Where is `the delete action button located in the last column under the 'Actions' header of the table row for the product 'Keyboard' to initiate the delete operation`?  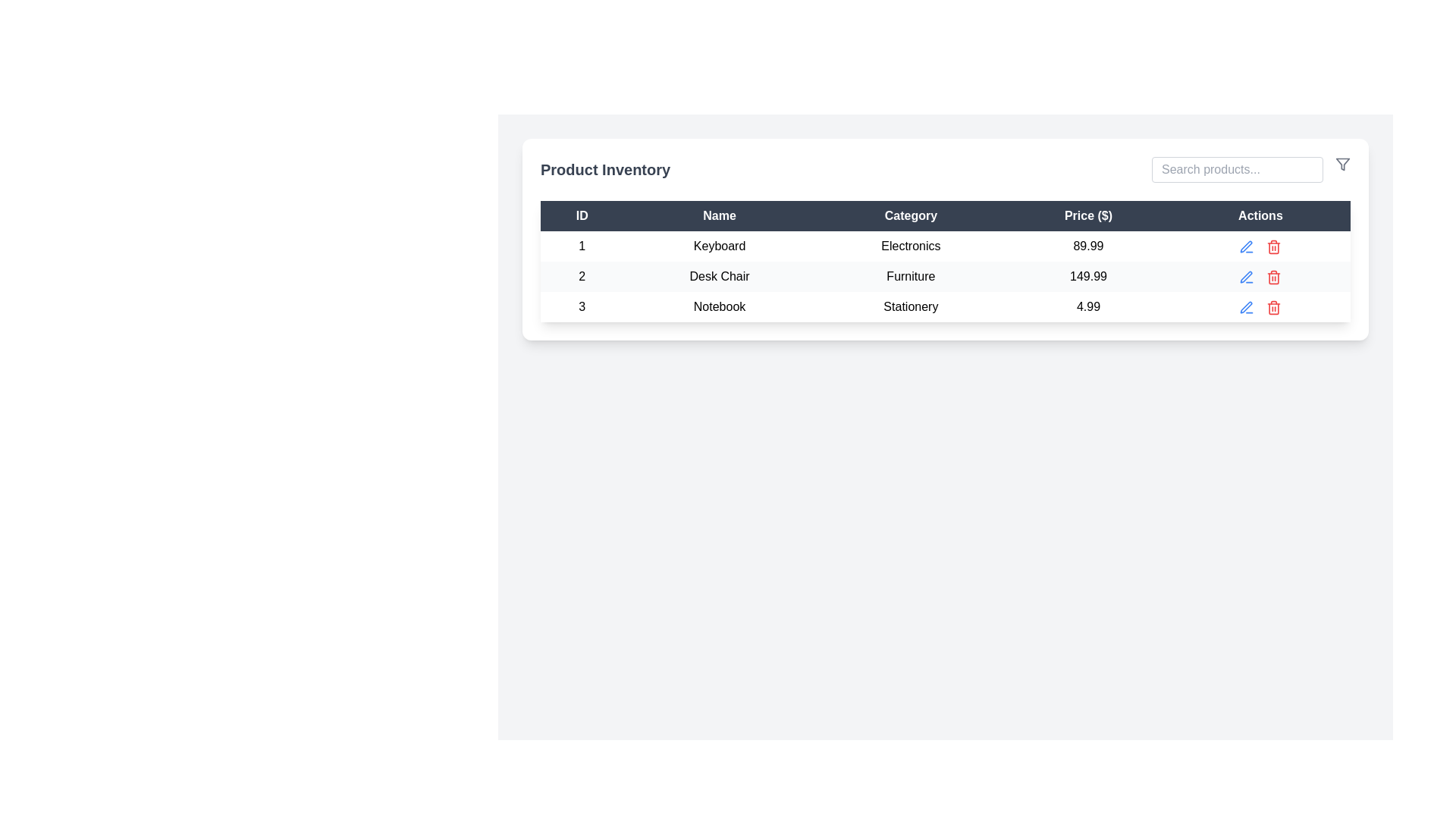 the delete action button located in the last column under the 'Actions' header of the table row for the product 'Keyboard' to initiate the delete operation is located at coordinates (1274, 245).